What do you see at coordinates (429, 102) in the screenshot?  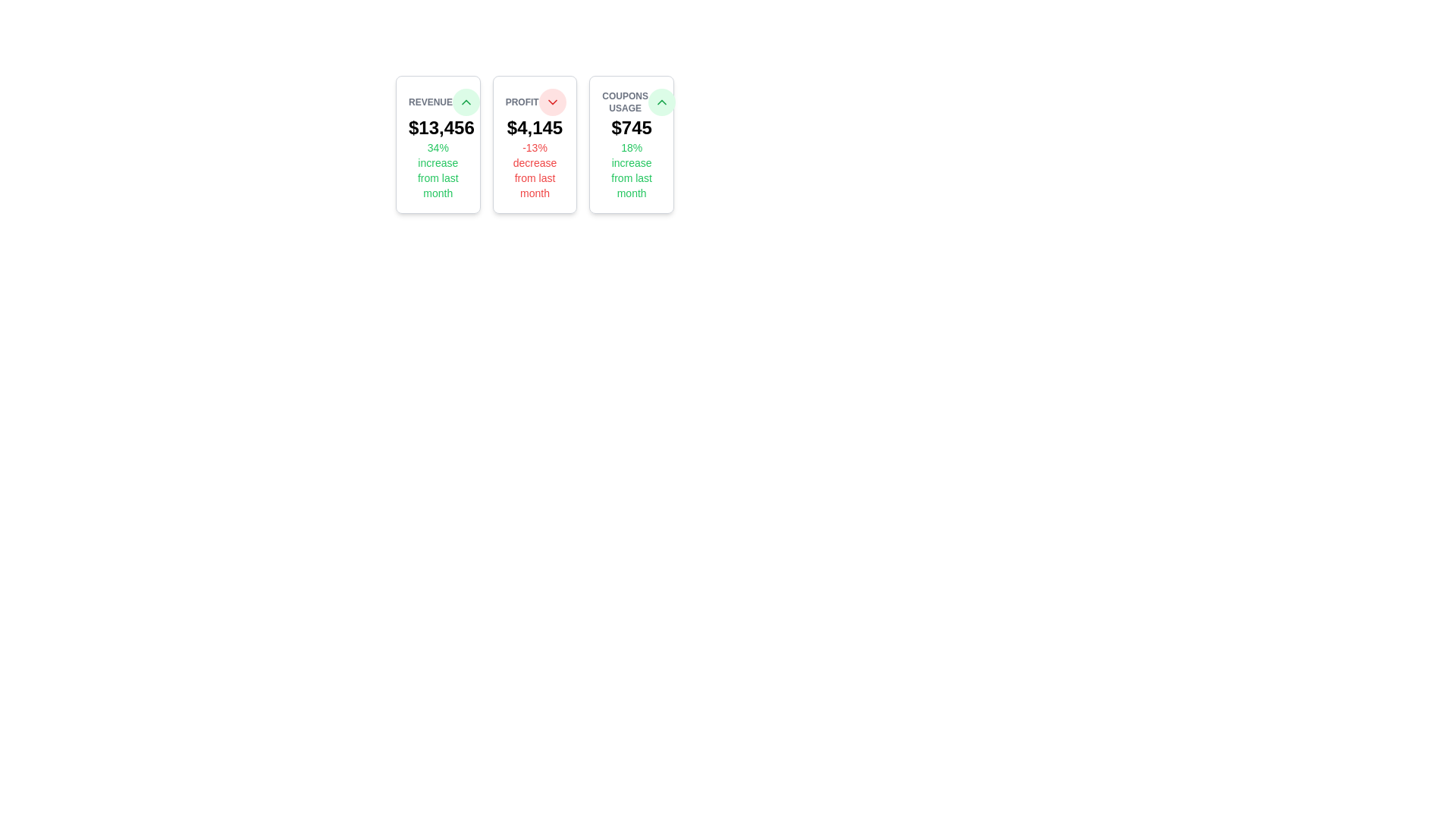 I see `text content of the 'REVENUE' label, which is a bold, small uppercase gray text located at the top of a card layout` at bounding box center [429, 102].